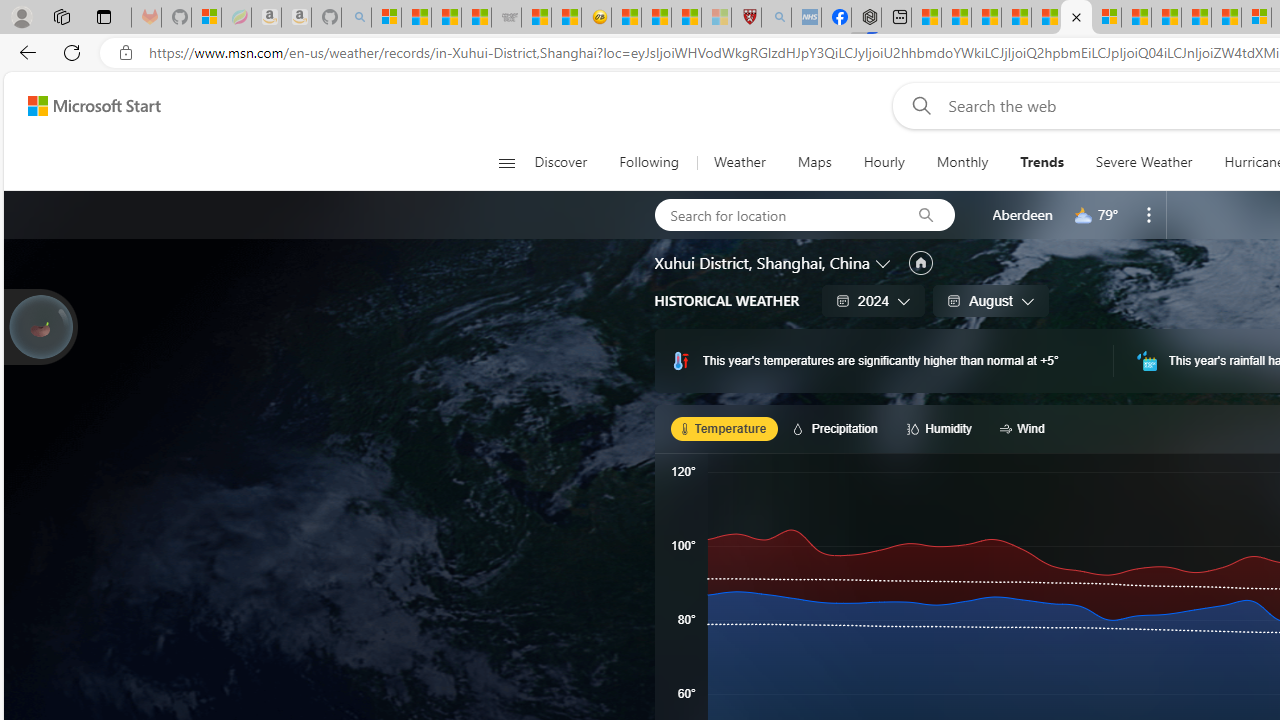 The height and width of the screenshot is (720, 1280). I want to click on 'Join us in planting real trees to help our planet!', so click(40, 326).